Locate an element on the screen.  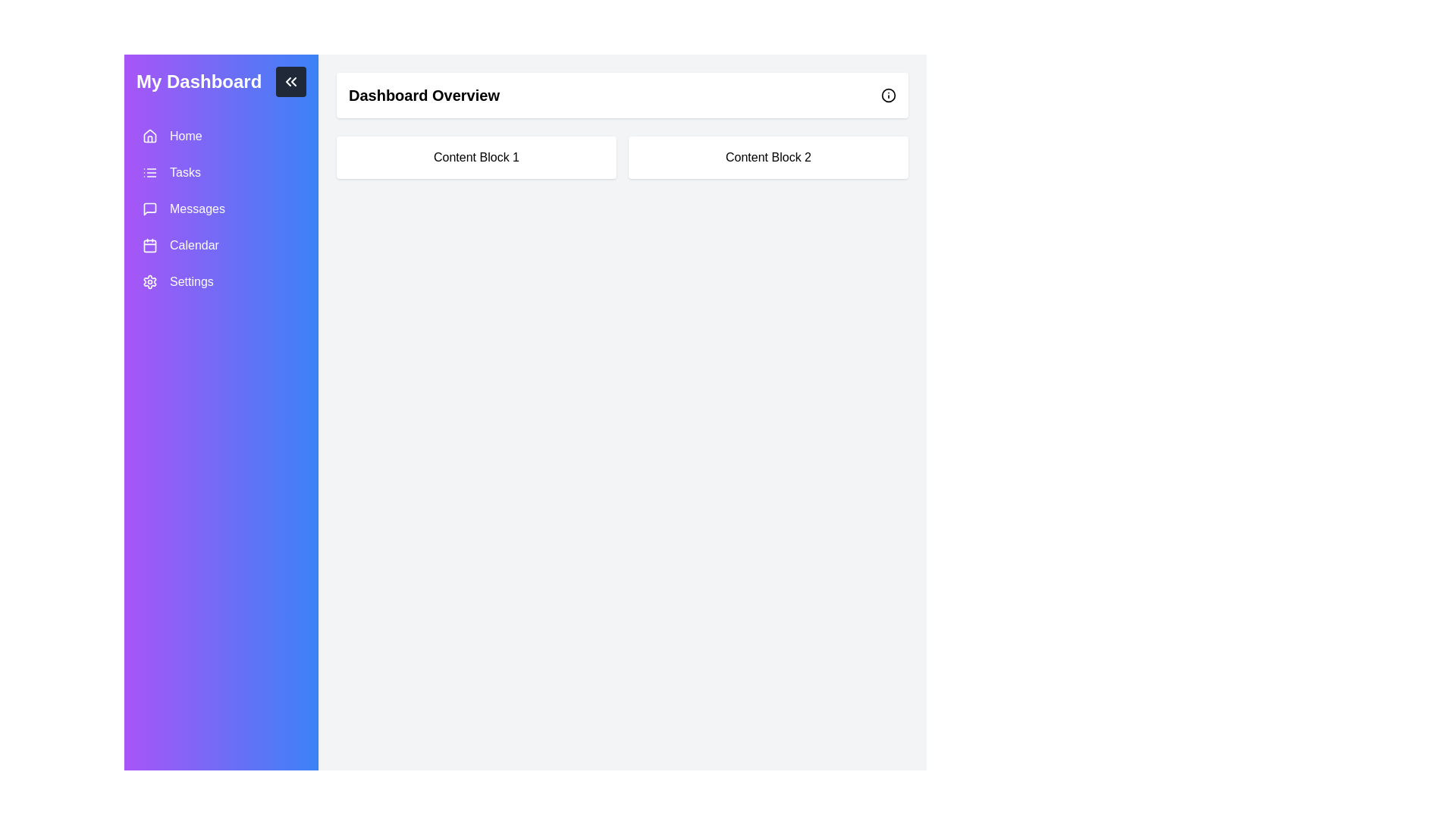
the circular 'info' icon located in the upper right section of the main interface, adjacent to the 'Dashboard Overview' header is located at coordinates (888, 94).